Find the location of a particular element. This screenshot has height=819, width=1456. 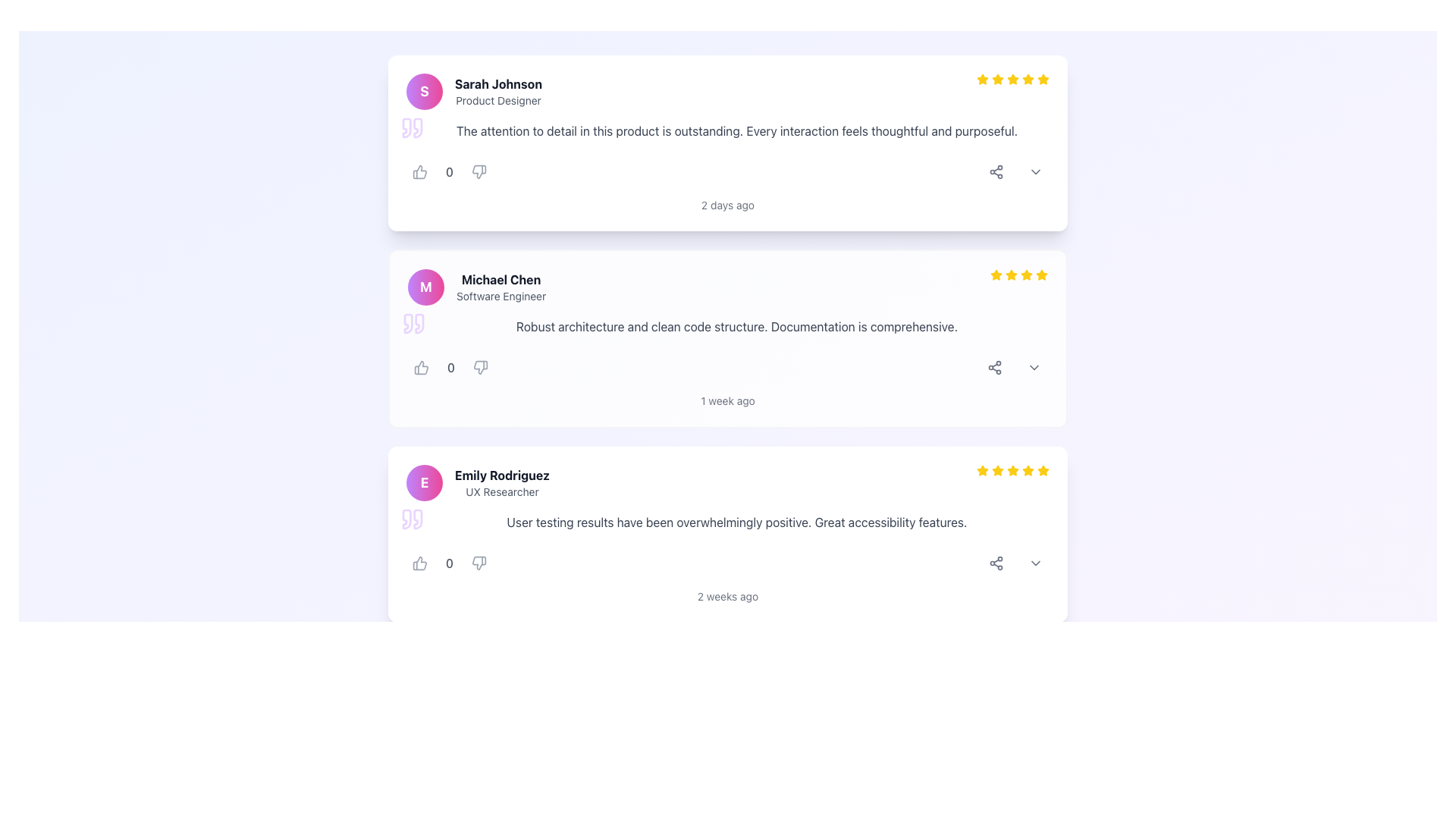

the middle star of the rating component in the top-right corner of Michael Chen's comment box is located at coordinates (1019, 275).